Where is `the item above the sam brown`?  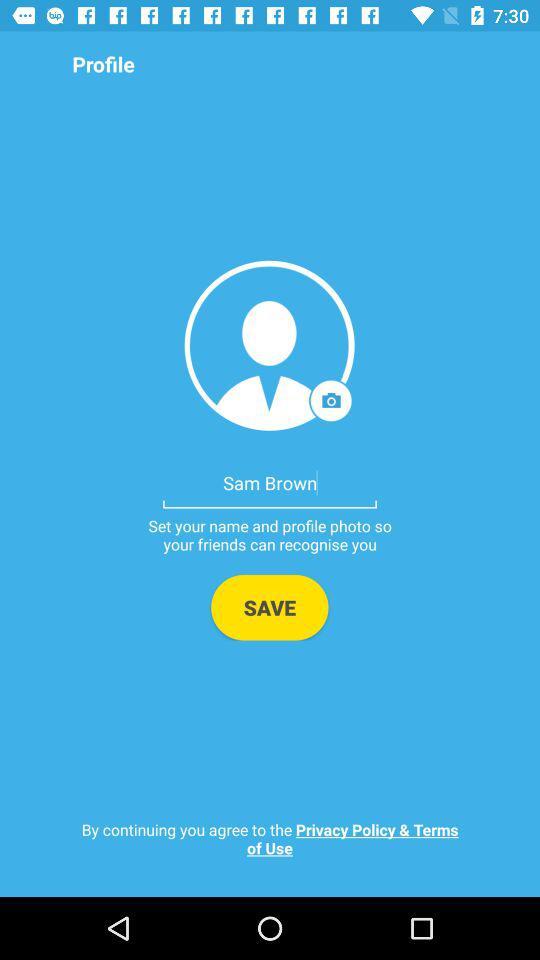
the item above the sam brown is located at coordinates (269, 345).